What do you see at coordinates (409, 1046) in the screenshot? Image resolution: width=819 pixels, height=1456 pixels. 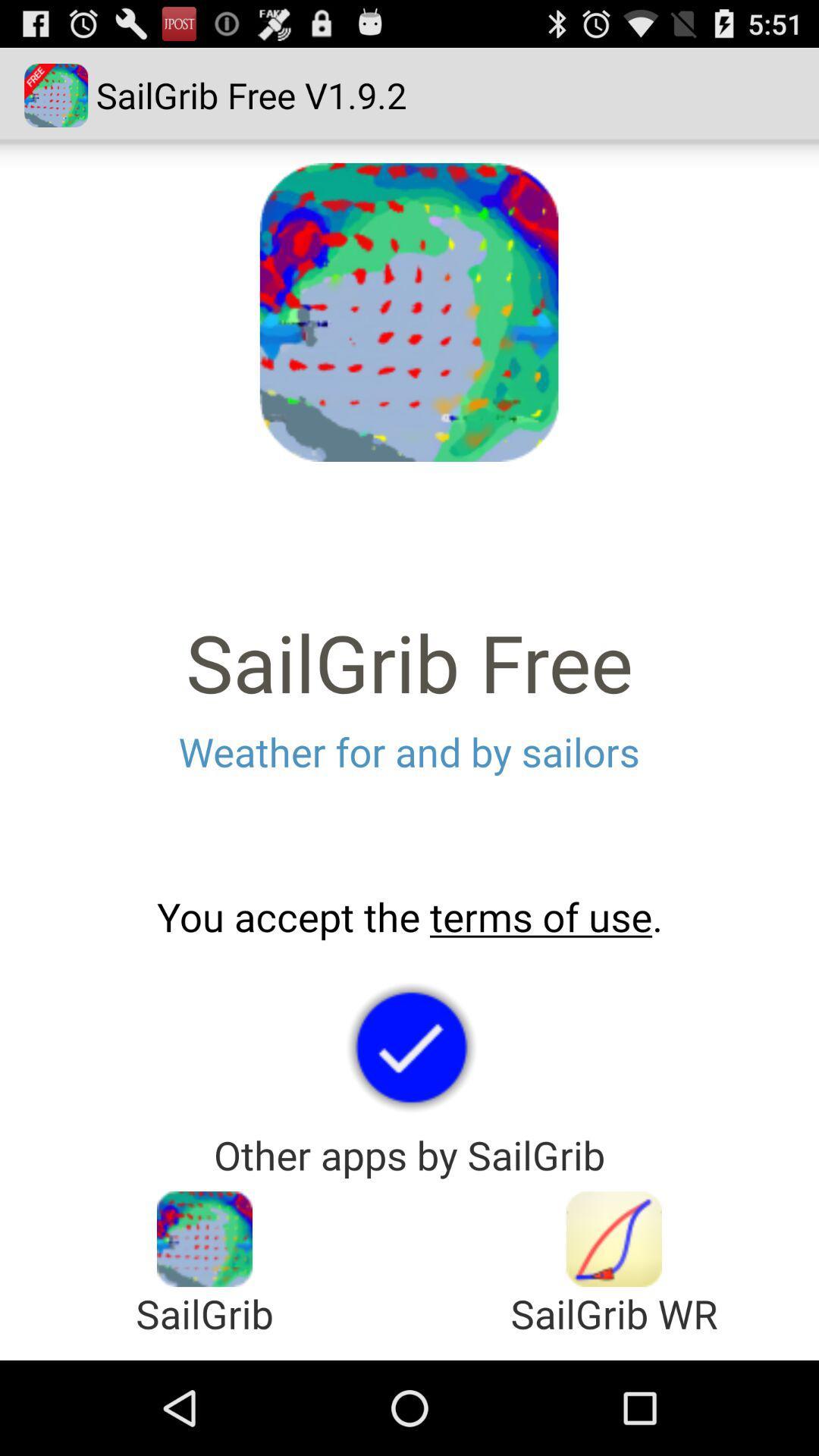 I see `accept terms of use option` at bounding box center [409, 1046].